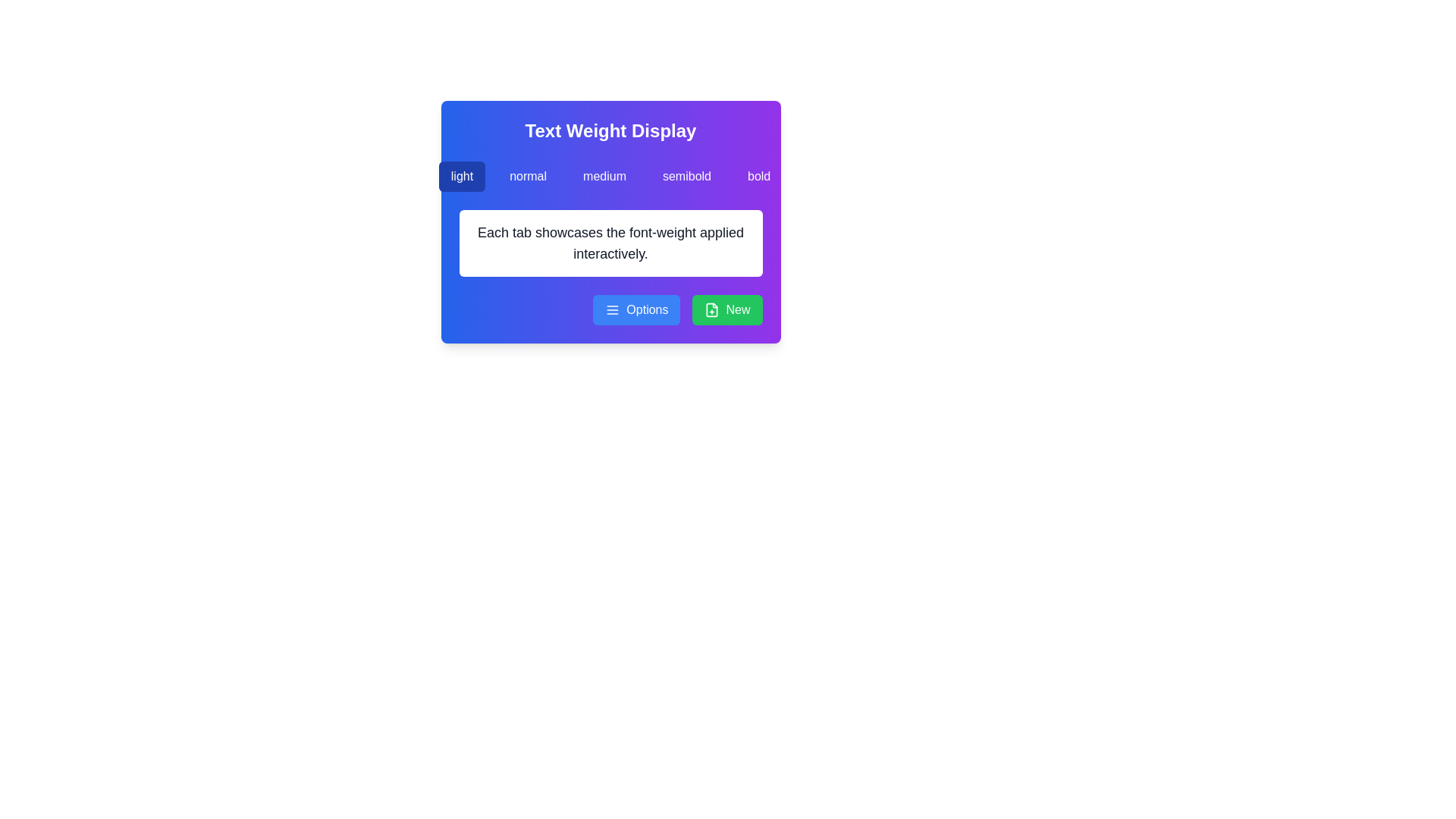  Describe the element at coordinates (613, 309) in the screenshot. I see `the hamburger menu icon located to the left of the 'Options' text in the blue button` at that location.